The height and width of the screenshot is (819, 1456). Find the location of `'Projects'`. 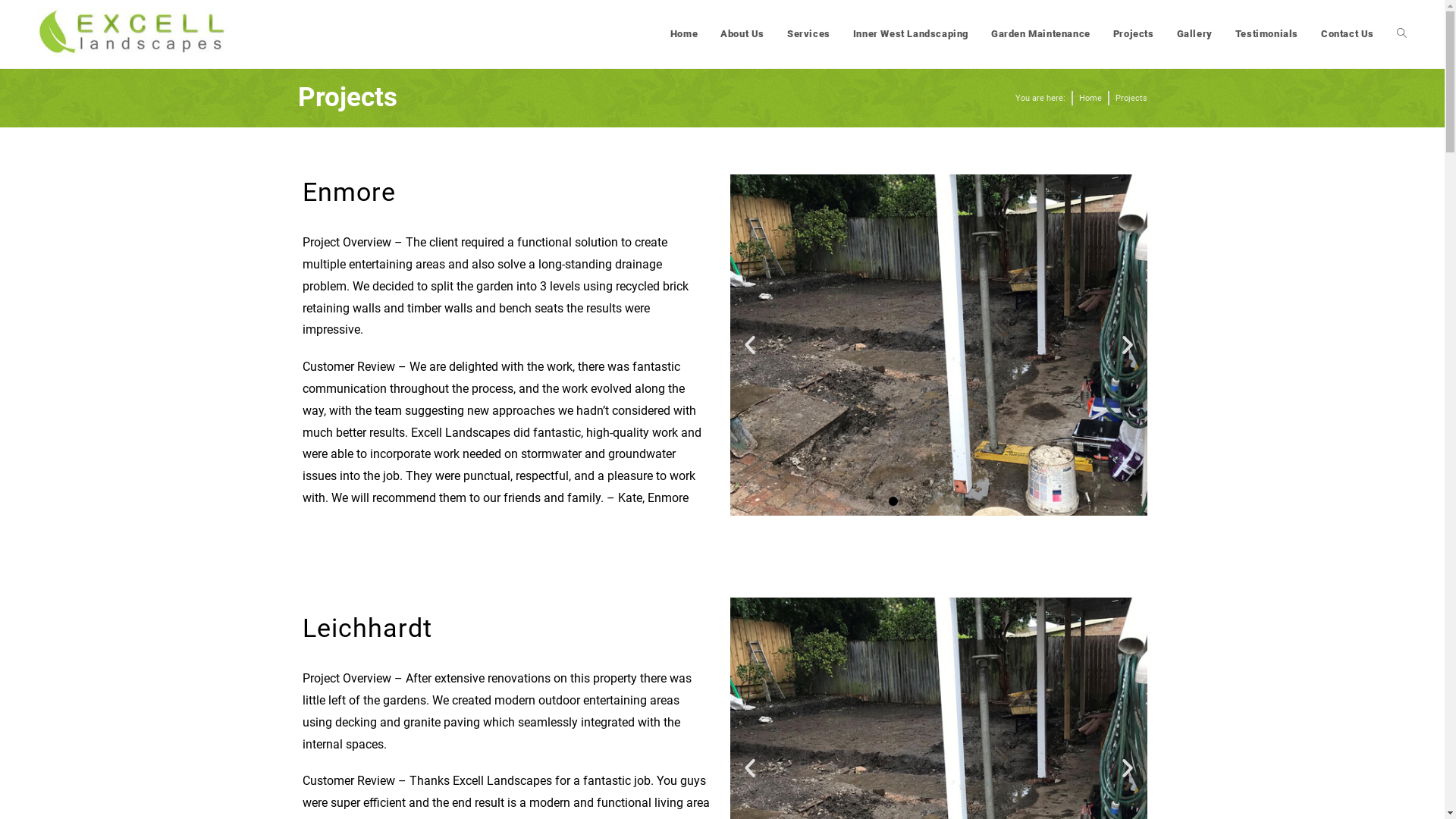

'Projects' is located at coordinates (1133, 34).